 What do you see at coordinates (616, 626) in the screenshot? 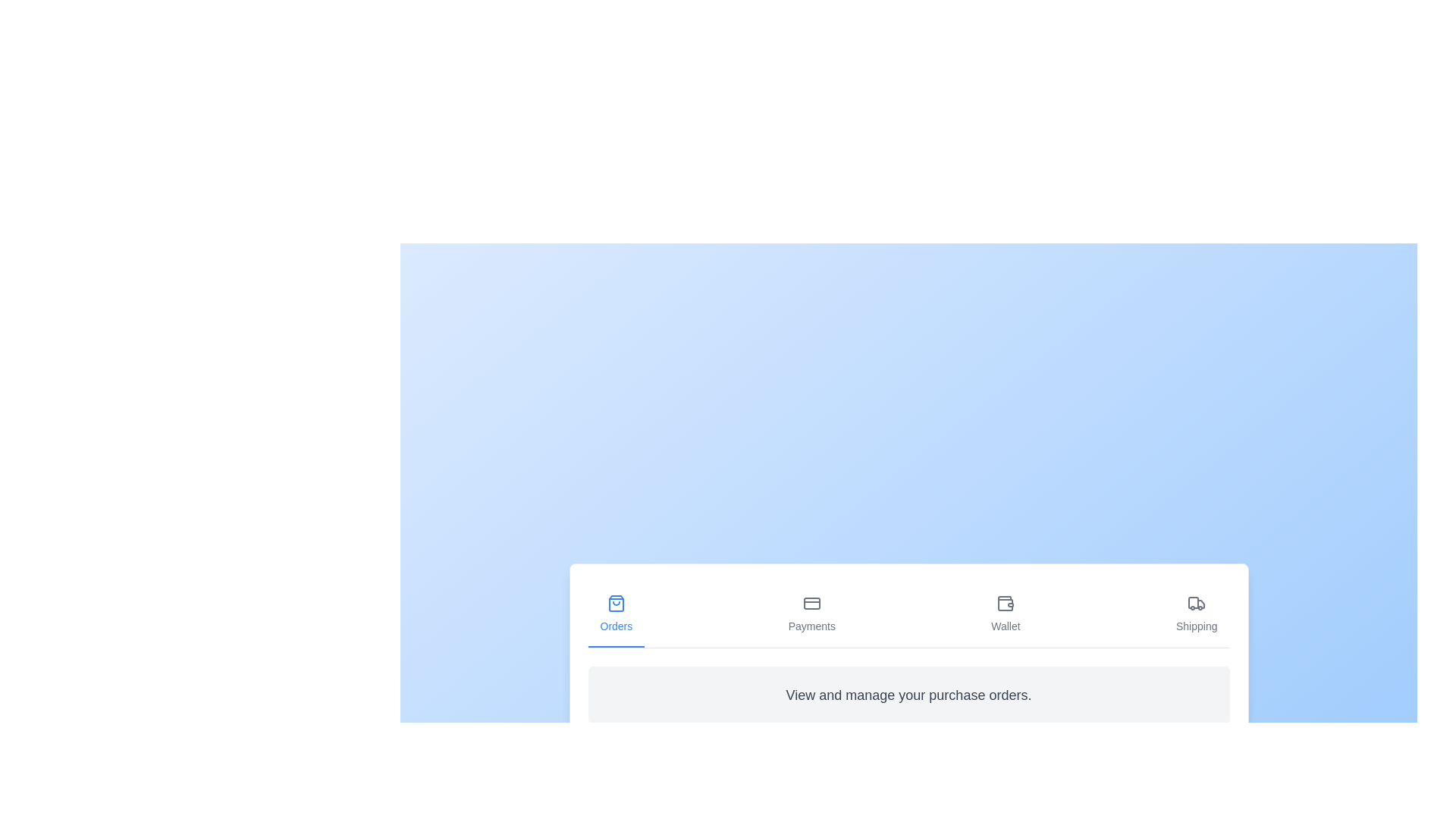
I see `the 'Orders' label text, which is styled in thin, blue letters and positioned below a shopping bag icon in the leftmost section of the horizontal menu` at bounding box center [616, 626].